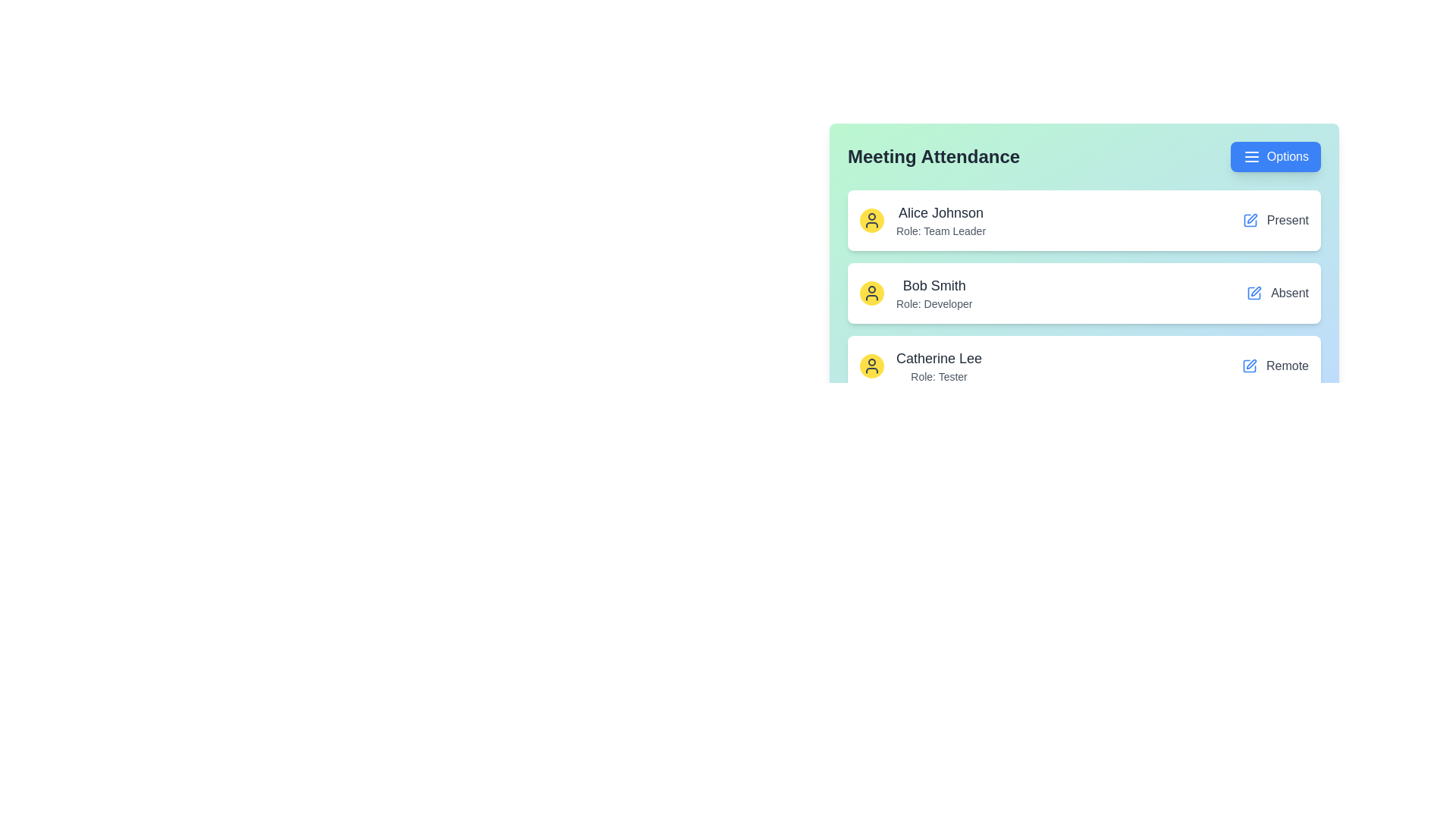  I want to click on information displayed on the Informative card section for 'Bob Smith', which includes his name in bold and role as 'Developer' in gray font, so click(915, 293).